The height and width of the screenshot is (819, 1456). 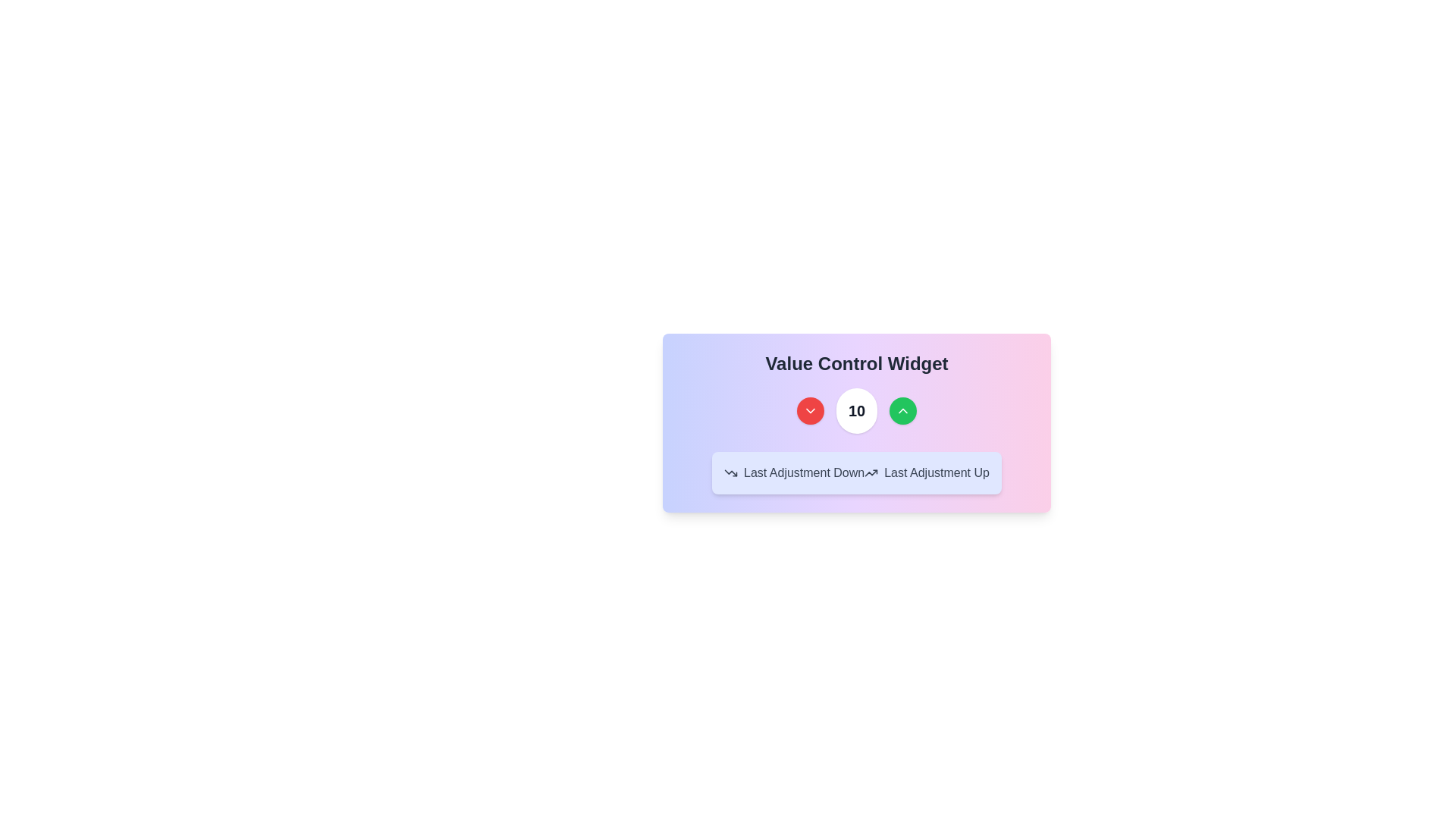 I want to click on the downward chevron button with a red background located at the leftmost side of the row, so click(x=809, y=411).